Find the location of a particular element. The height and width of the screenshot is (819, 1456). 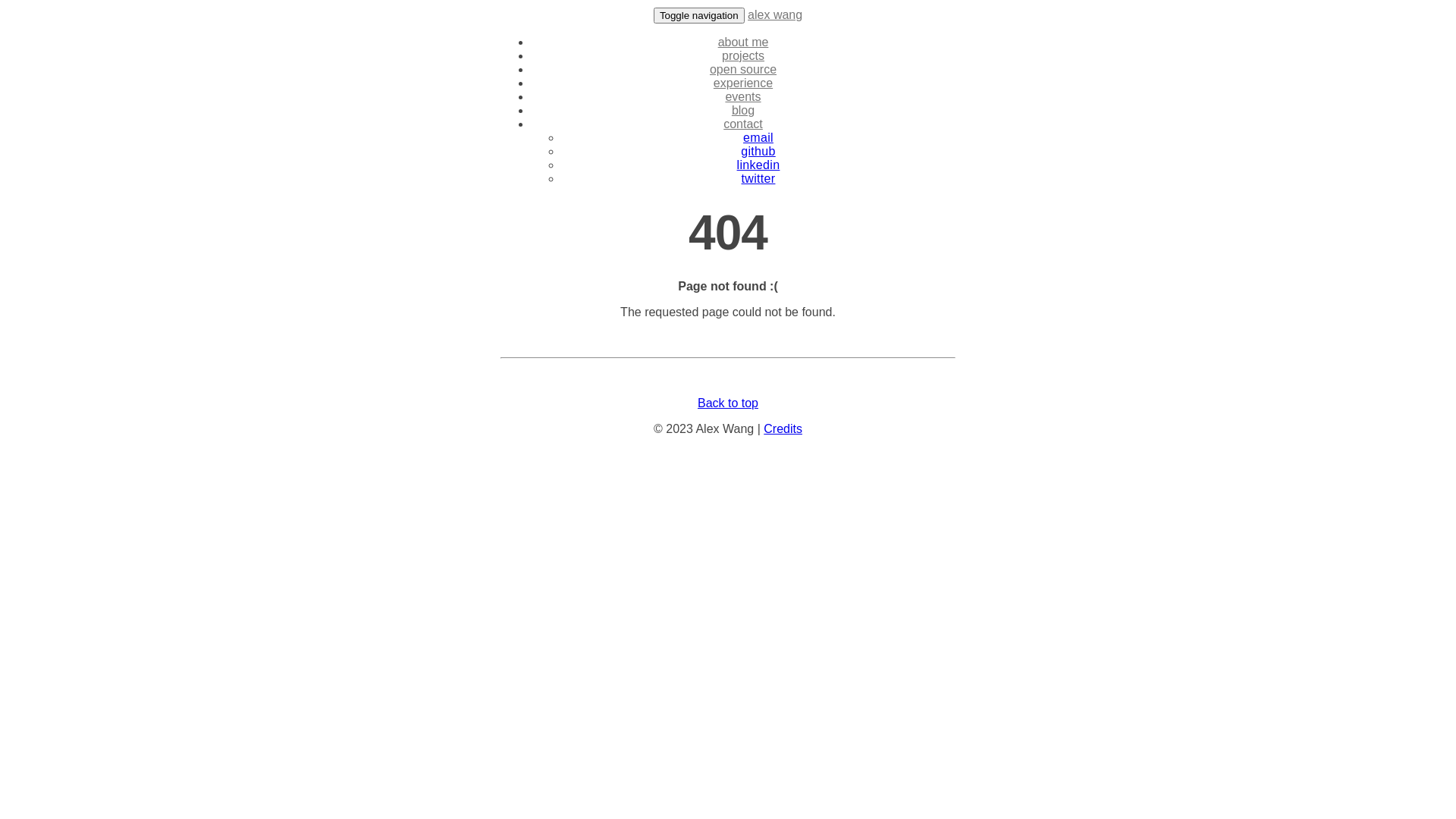

'linkedin' is located at coordinates (758, 165).